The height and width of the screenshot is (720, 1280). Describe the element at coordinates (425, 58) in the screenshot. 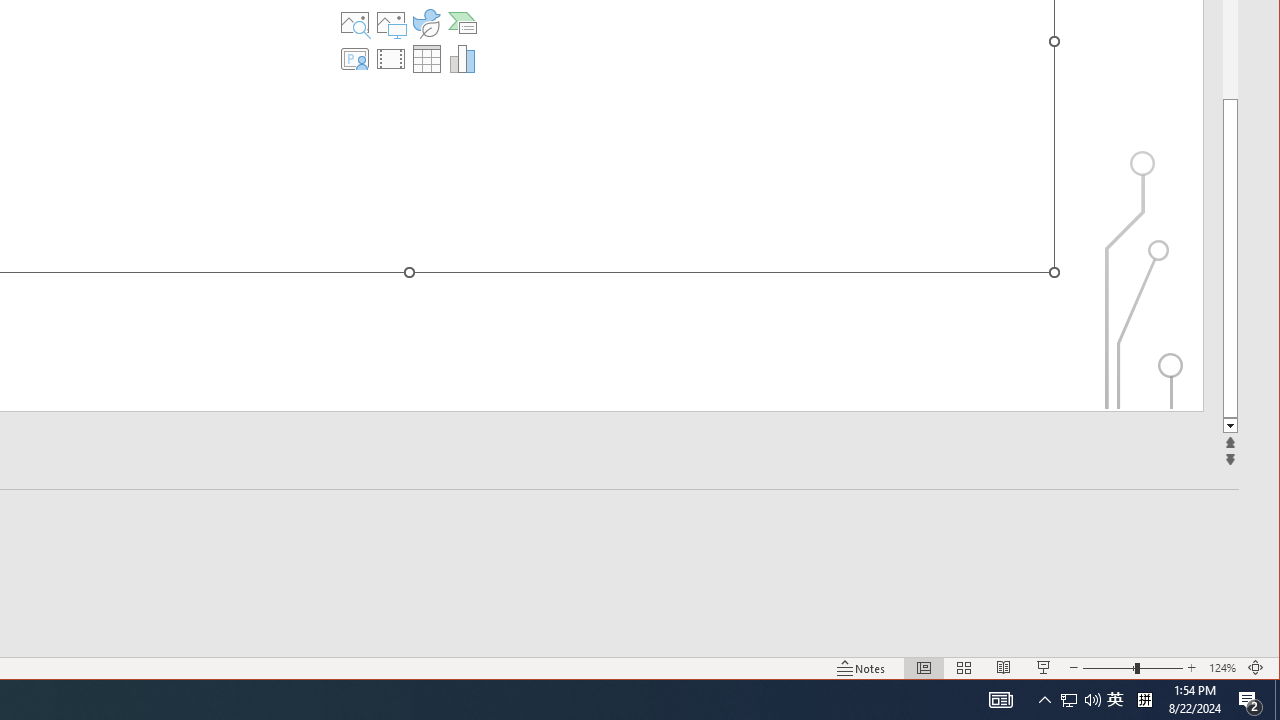

I see `'Insert Table'` at that location.